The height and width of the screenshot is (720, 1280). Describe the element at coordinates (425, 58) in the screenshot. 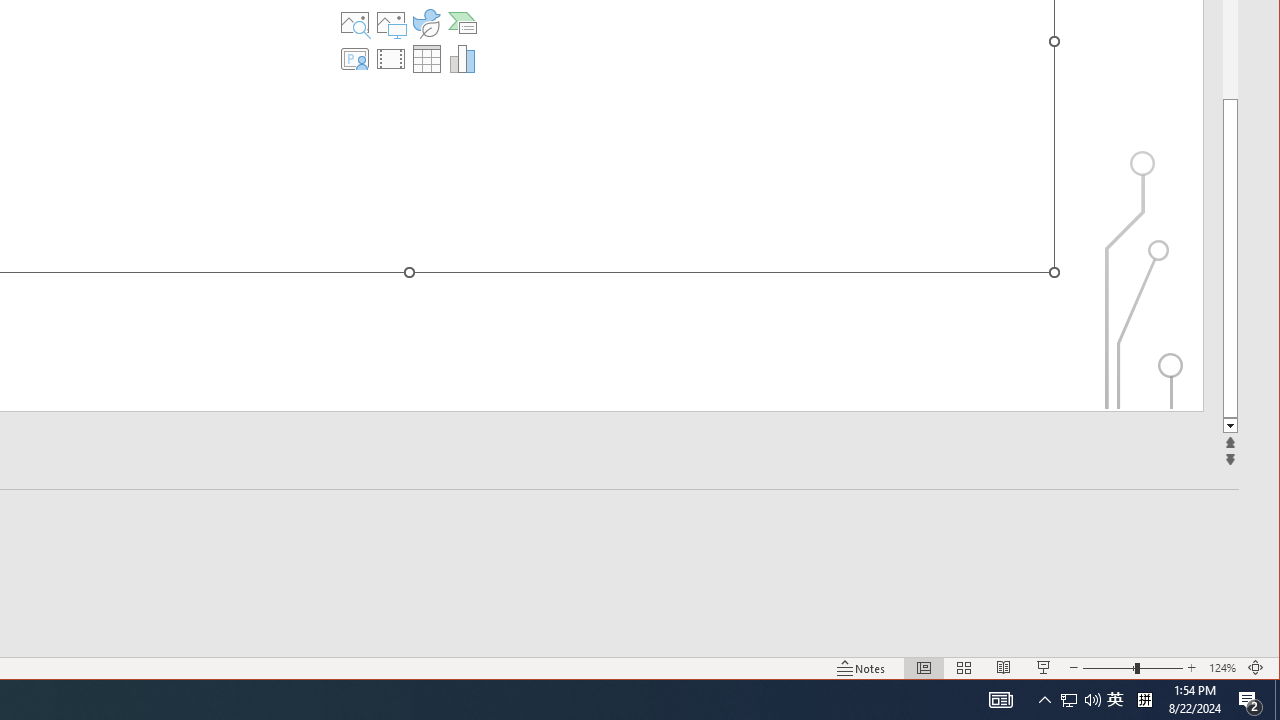

I see `'Insert Table'` at that location.